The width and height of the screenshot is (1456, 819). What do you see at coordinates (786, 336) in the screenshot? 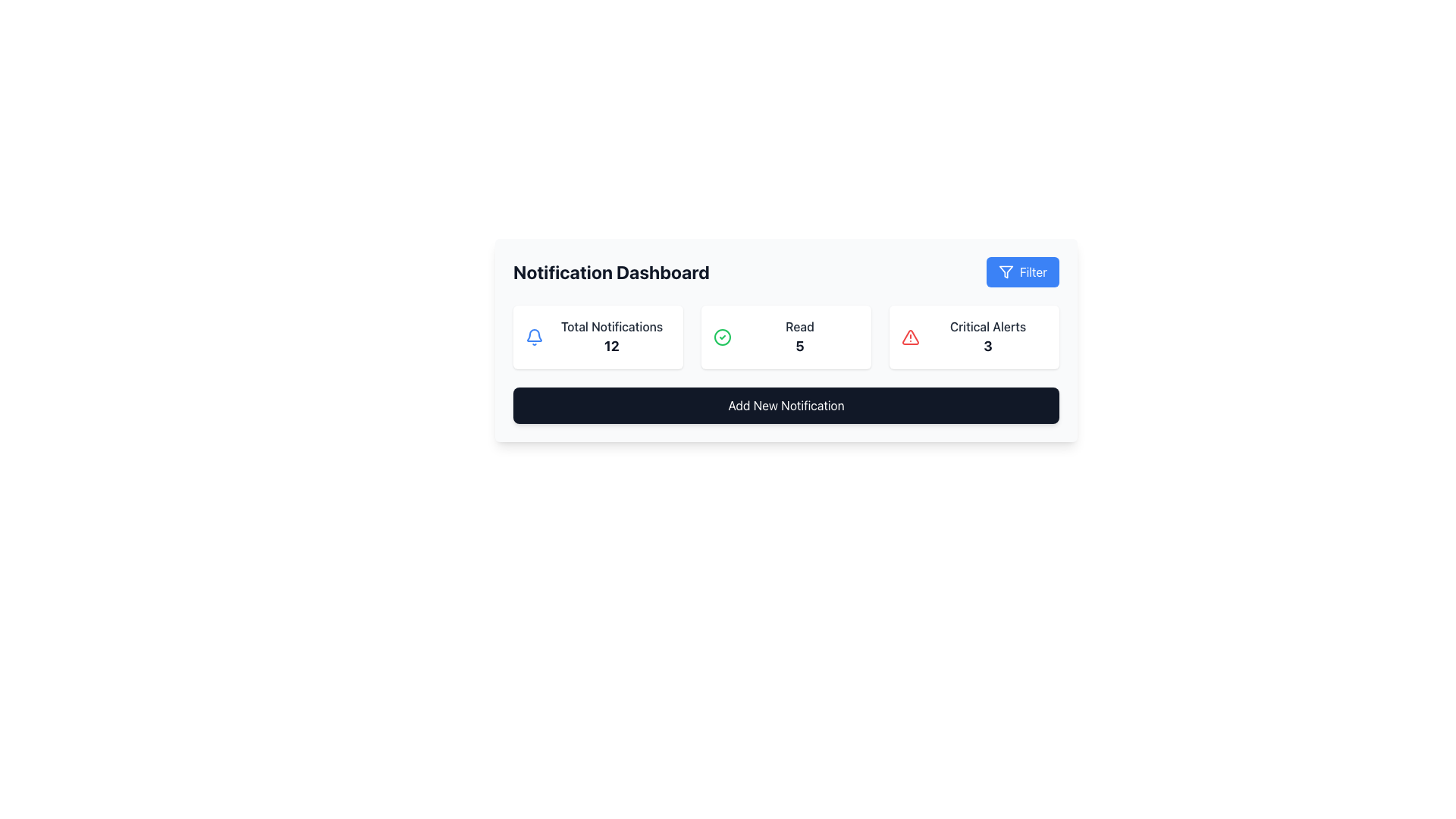
I see `displayed information from the Dashboard summary card that shows the number of read notifications, located in the Notification Dashboard section between the Total Notifications and Critical Alerts cards` at bounding box center [786, 336].